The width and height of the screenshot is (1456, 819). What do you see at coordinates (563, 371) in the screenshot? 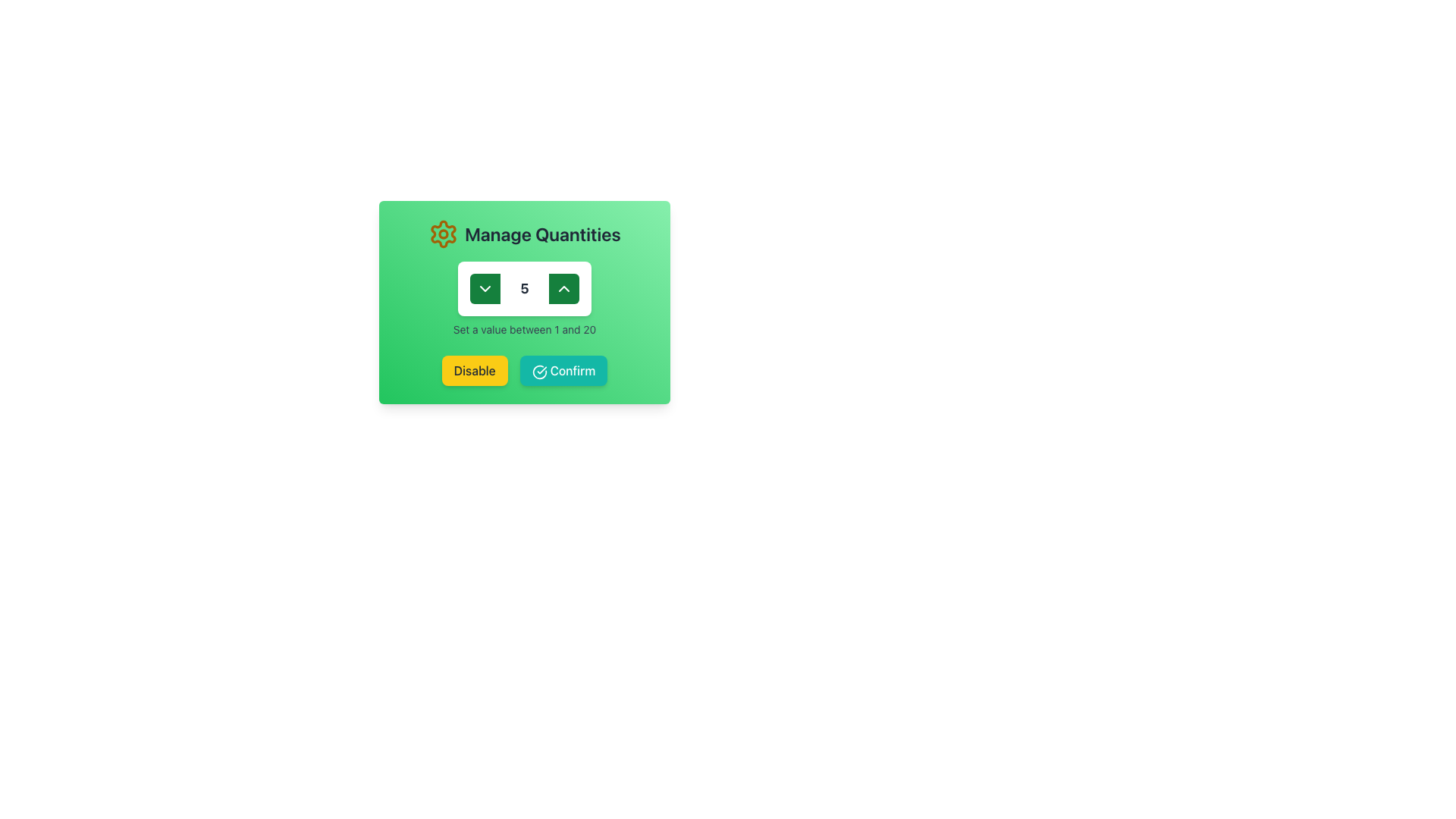
I see `the 'Confirm' button located in the bottom right area of the card to finalize the chosen value or action` at bounding box center [563, 371].